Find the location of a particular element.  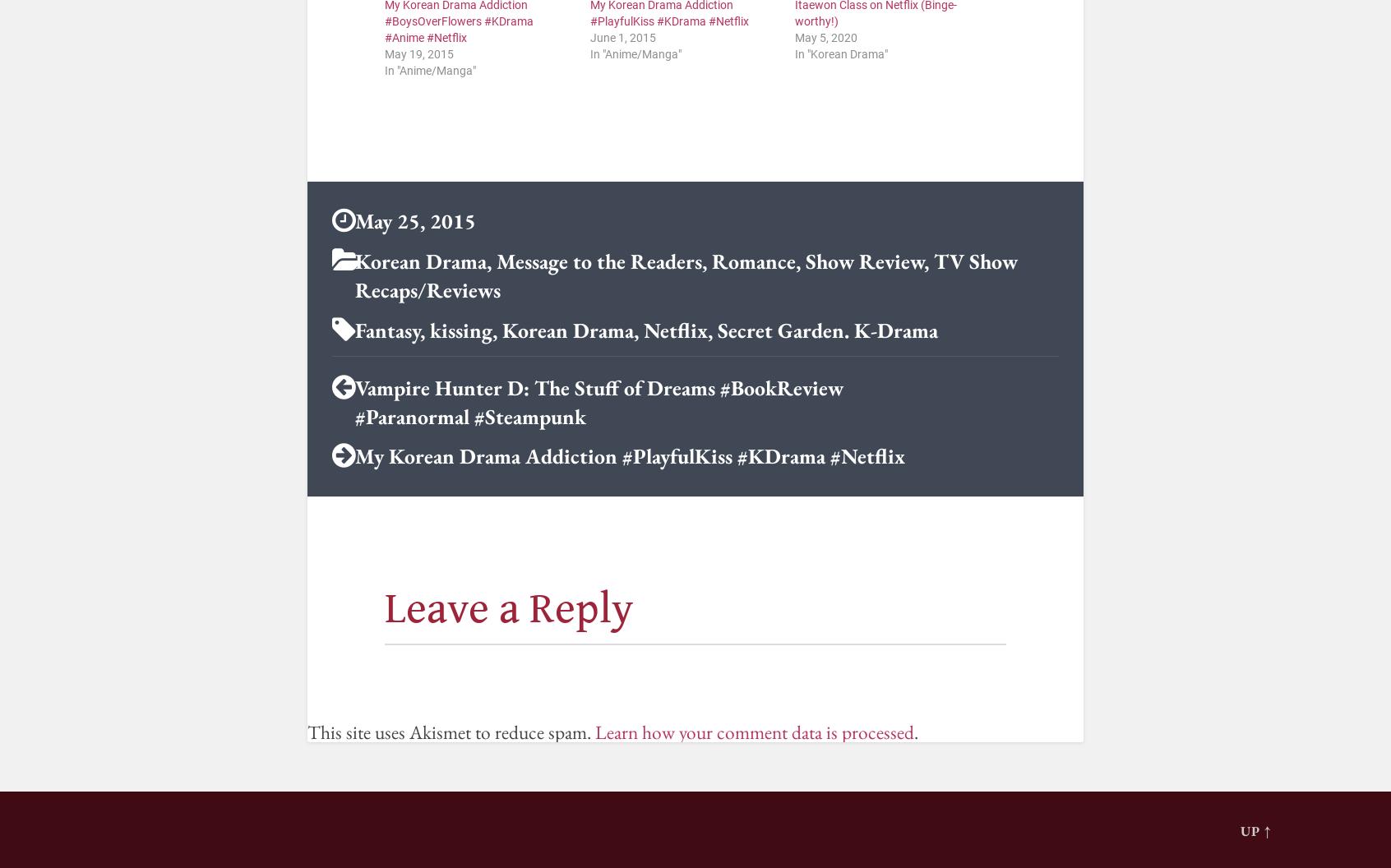

'My Korean Drama Addiction #PlayfulKiss #KDrama #Netflix' is located at coordinates (354, 456).